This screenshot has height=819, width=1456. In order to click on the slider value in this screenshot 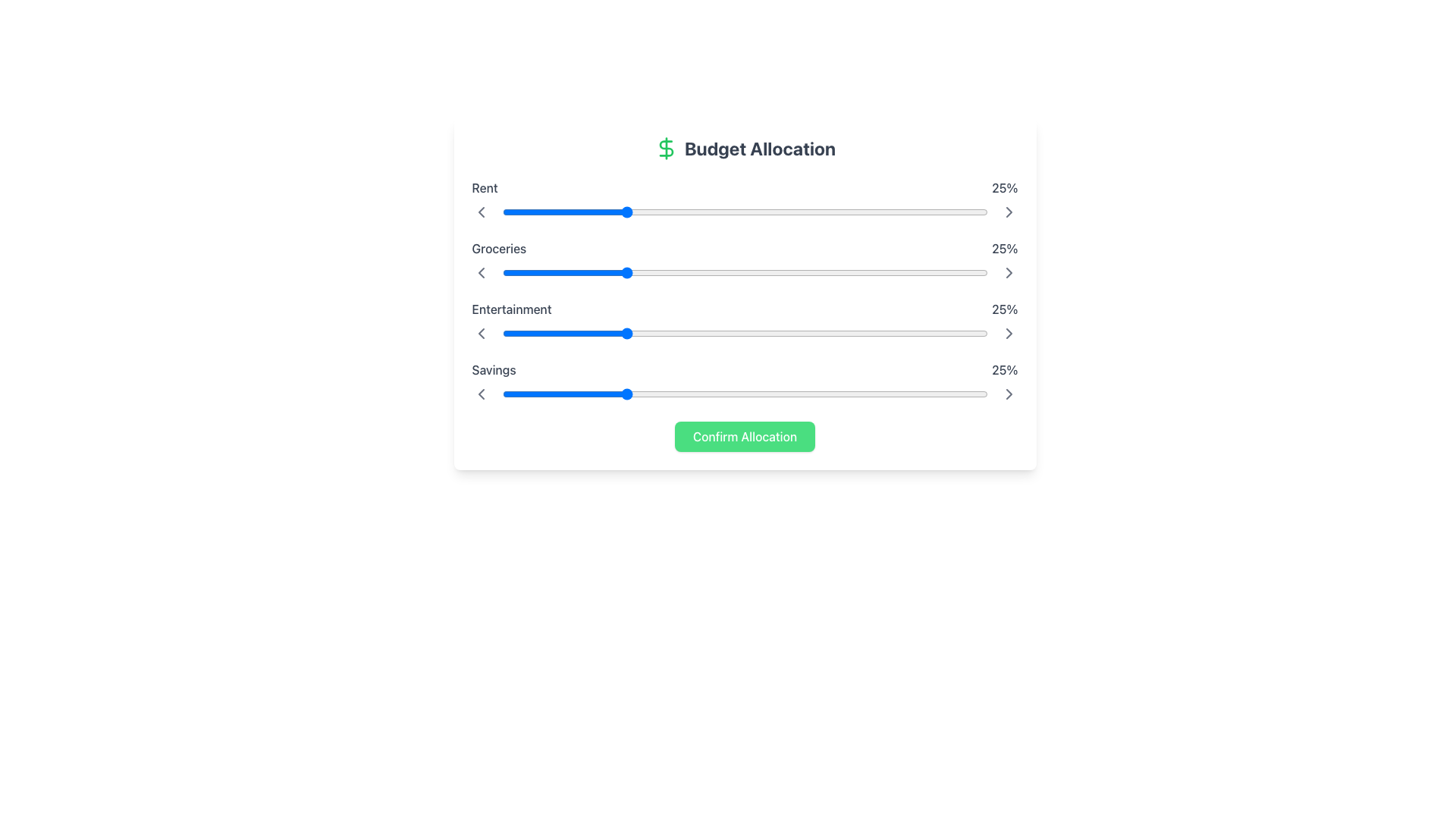, I will do `click(526, 271)`.